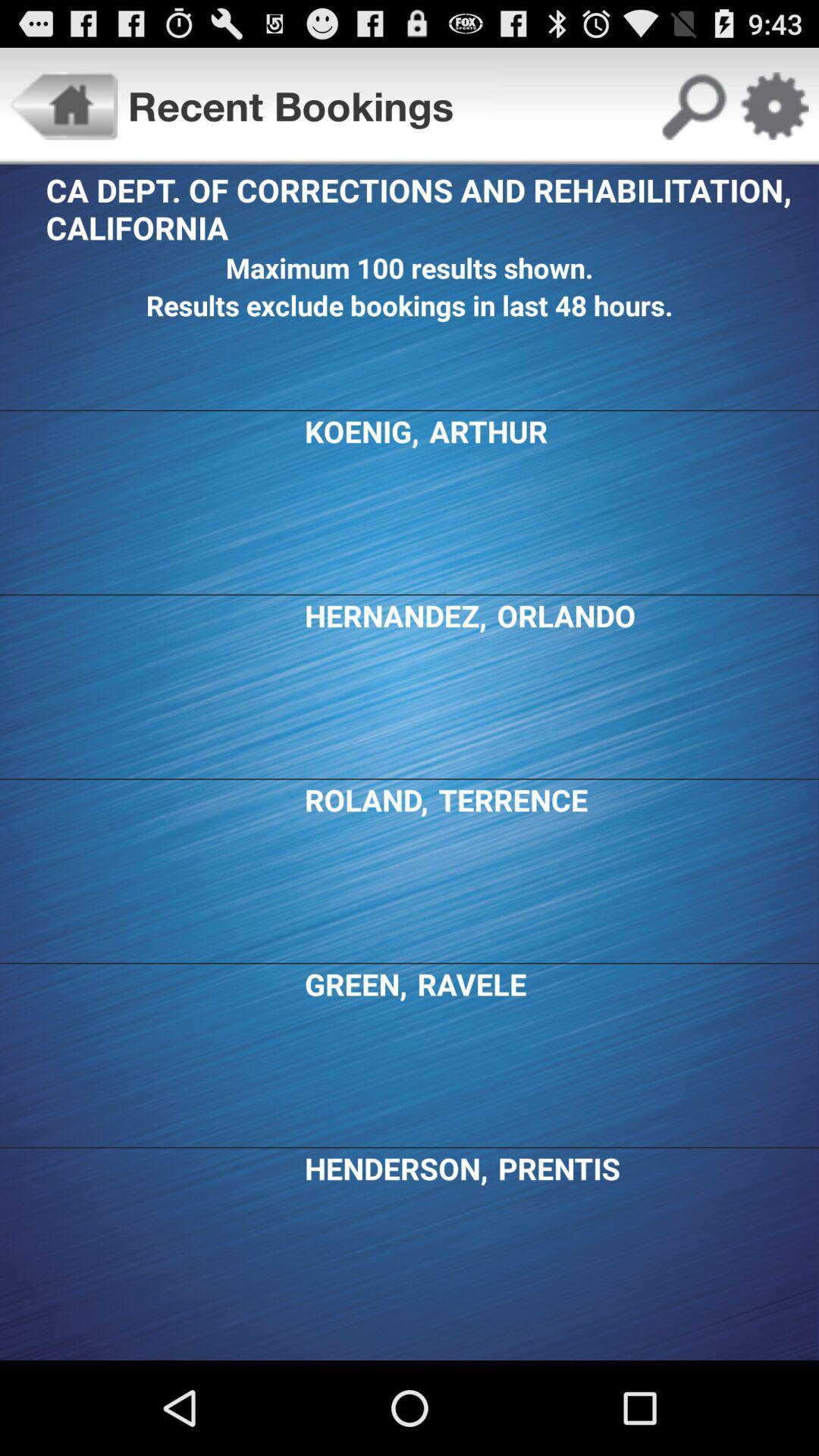 Image resolution: width=819 pixels, height=1456 pixels. I want to click on the search icon, so click(693, 112).